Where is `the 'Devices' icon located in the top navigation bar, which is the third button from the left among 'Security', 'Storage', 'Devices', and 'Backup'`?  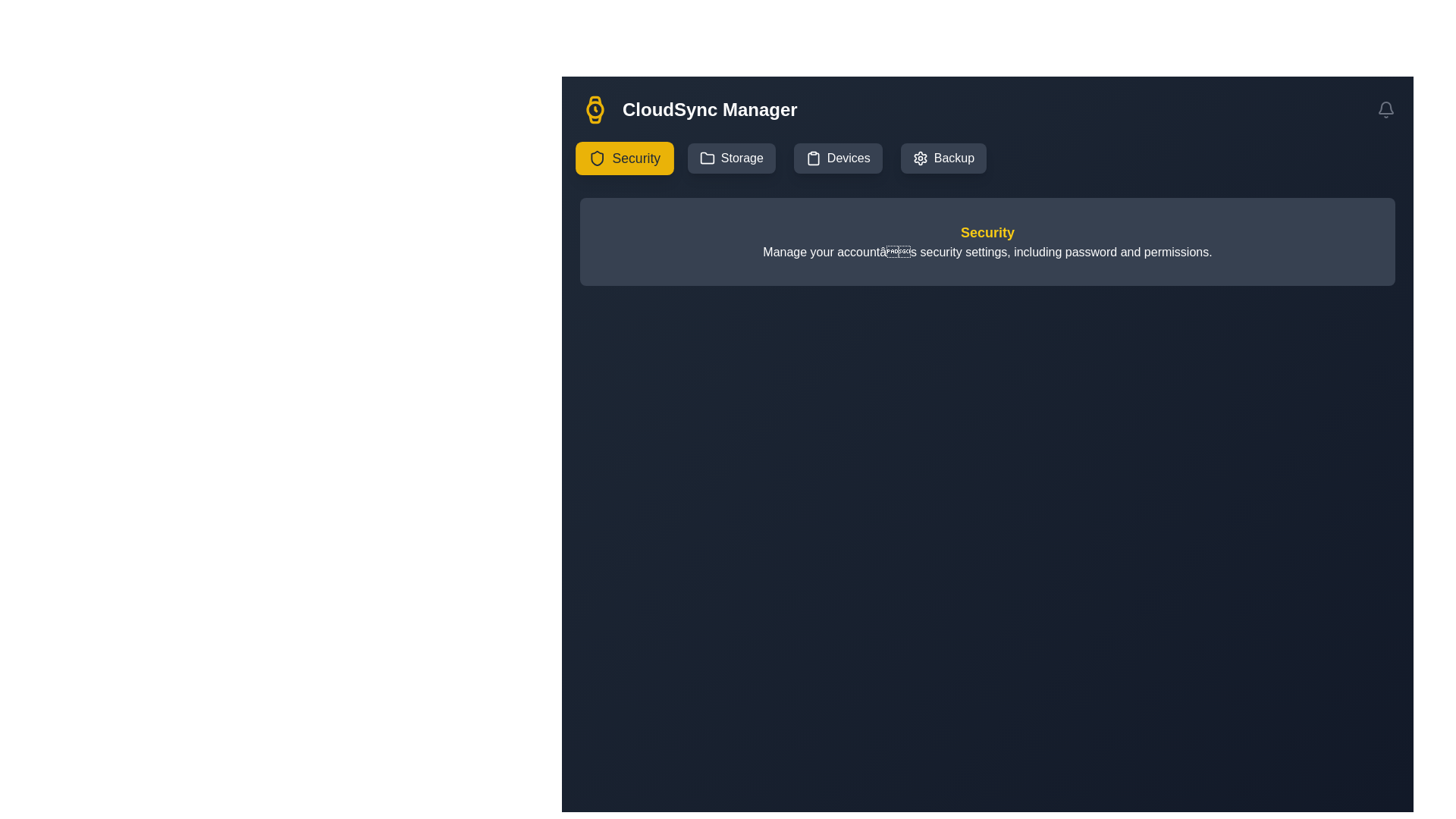
the 'Devices' icon located in the top navigation bar, which is the third button from the left among 'Security', 'Storage', 'Devices', and 'Backup' is located at coordinates (812, 158).